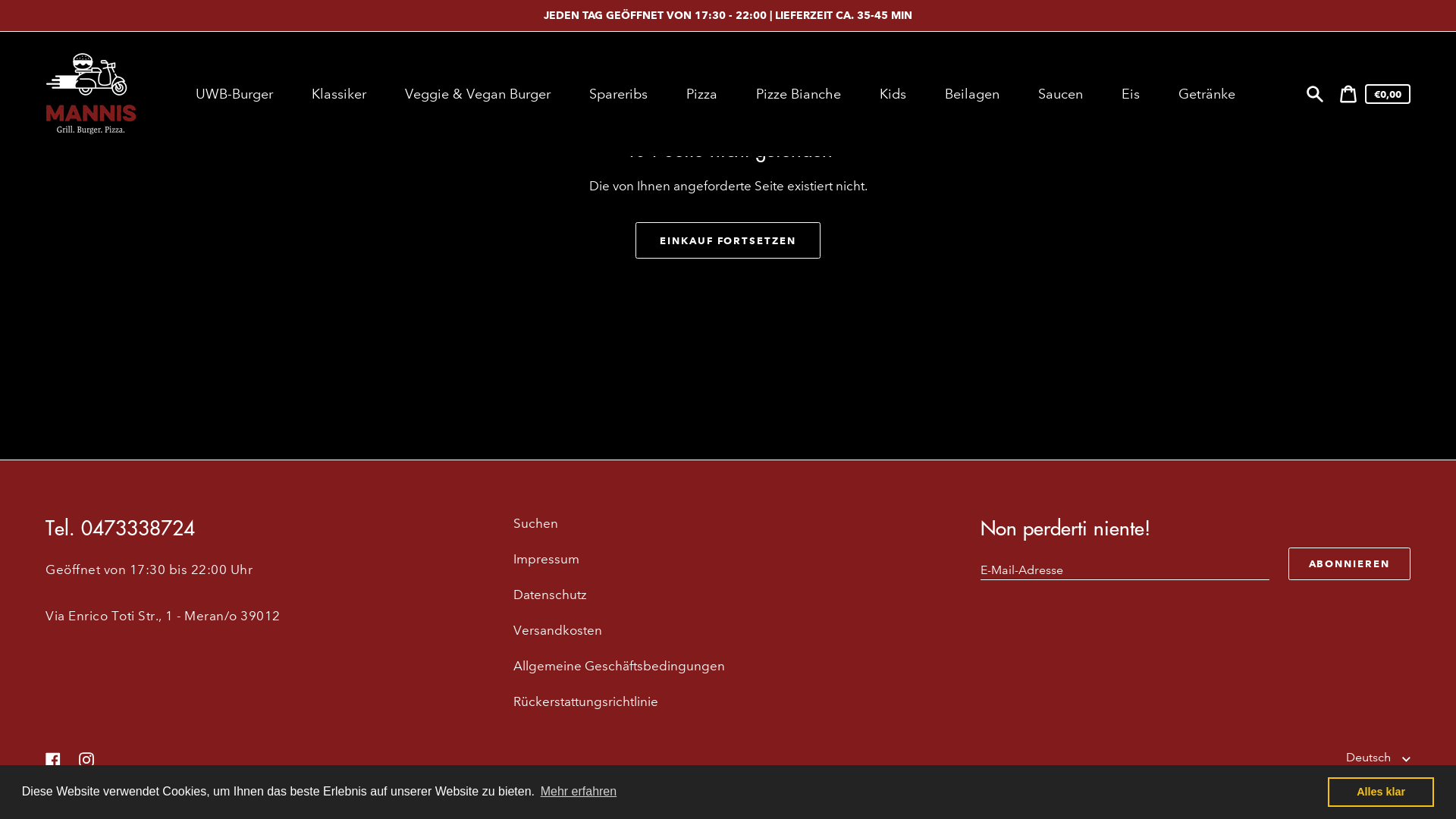 The height and width of the screenshot is (819, 1456). What do you see at coordinates (1348, 93) in the screenshot?
I see `'Warenkorb'` at bounding box center [1348, 93].